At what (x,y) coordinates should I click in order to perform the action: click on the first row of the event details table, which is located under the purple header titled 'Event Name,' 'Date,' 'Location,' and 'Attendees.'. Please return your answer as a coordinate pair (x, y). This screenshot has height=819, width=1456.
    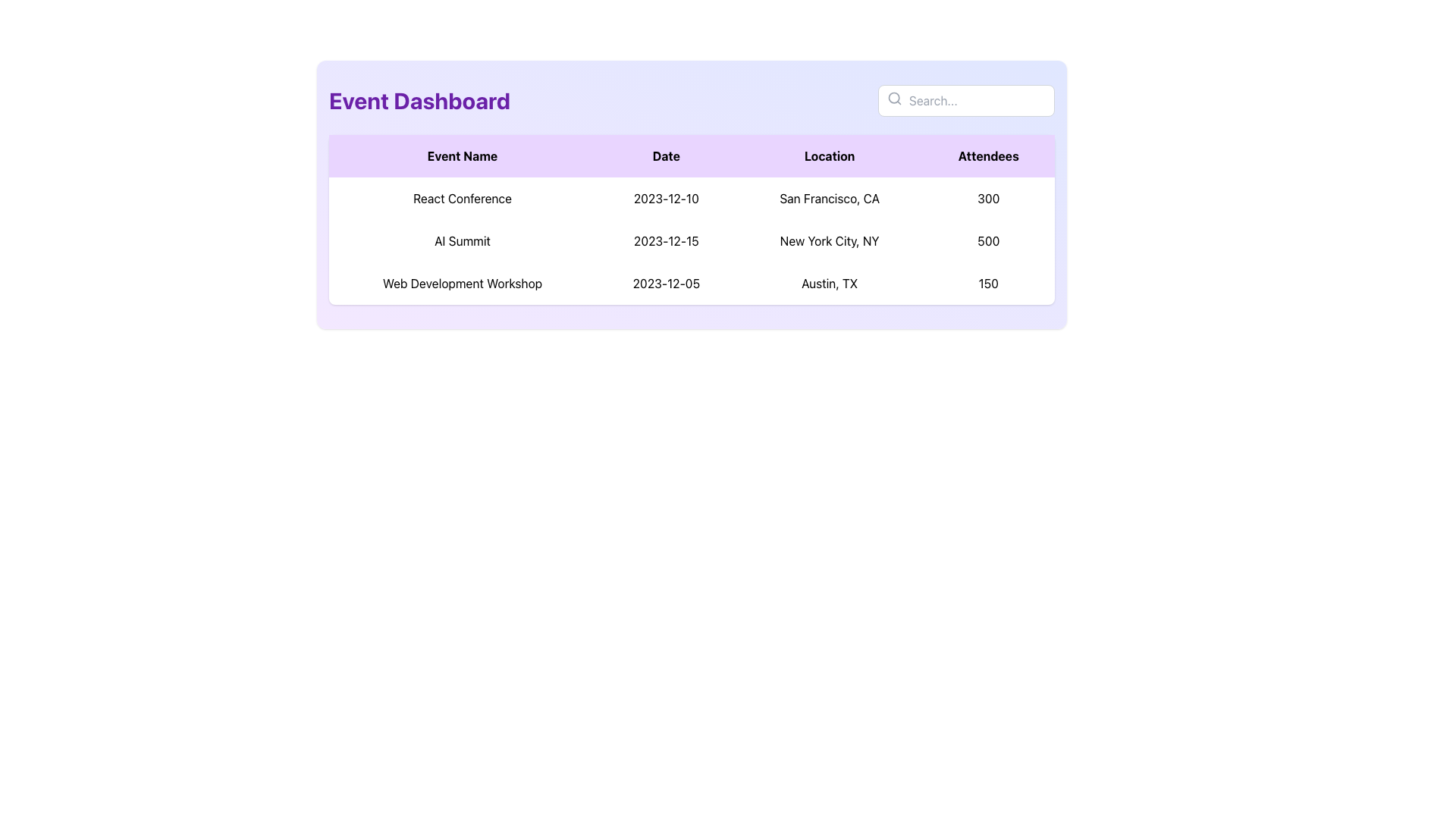
    Looking at the image, I should click on (691, 198).